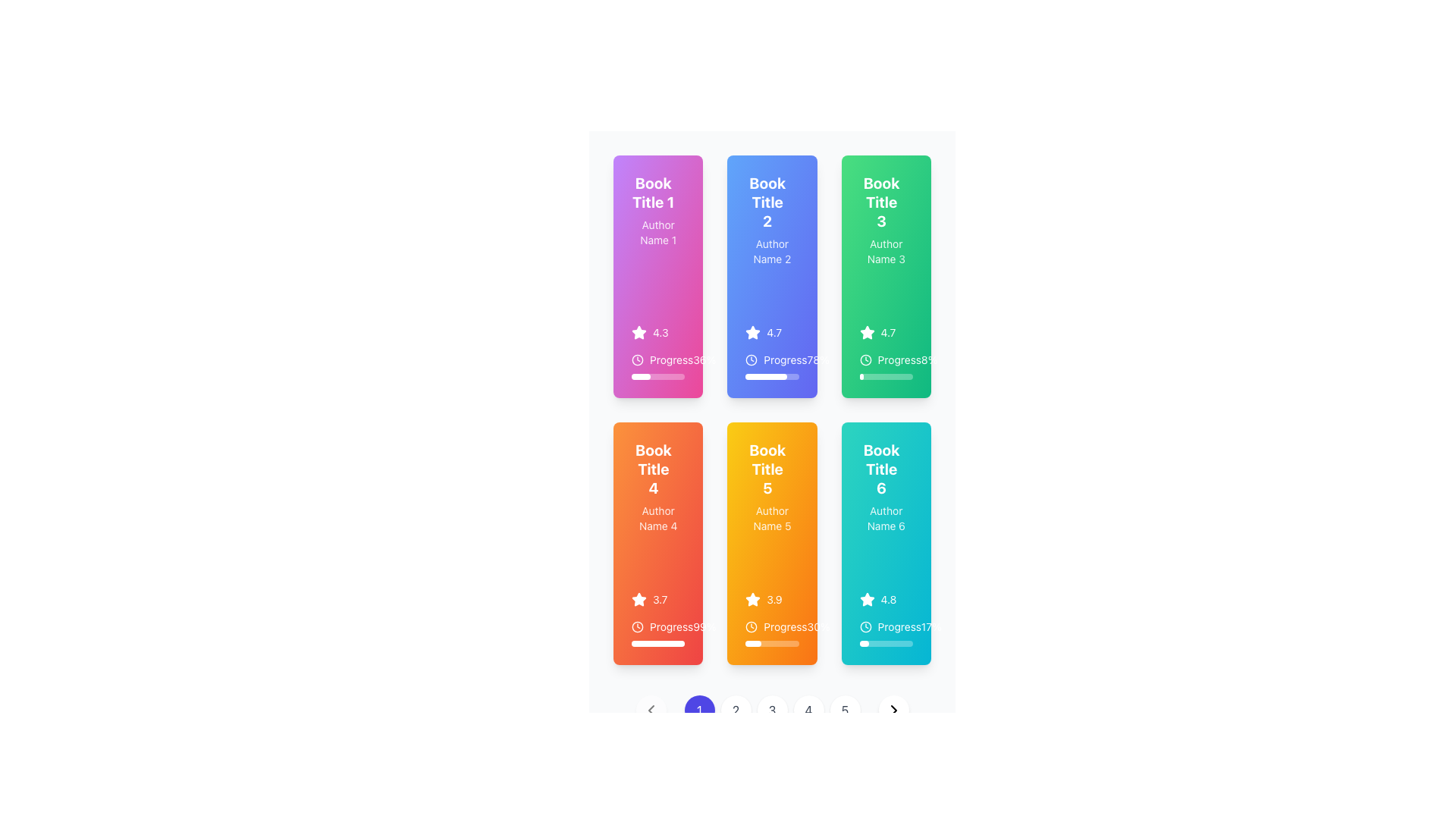  What do you see at coordinates (658, 353) in the screenshot?
I see `the Progress Indicator located in the bottom-left region of the card titled 'Book Title 1' authored by 'Author Name 1', which visually indicates the completion percentage of the task or book` at bounding box center [658, 353].